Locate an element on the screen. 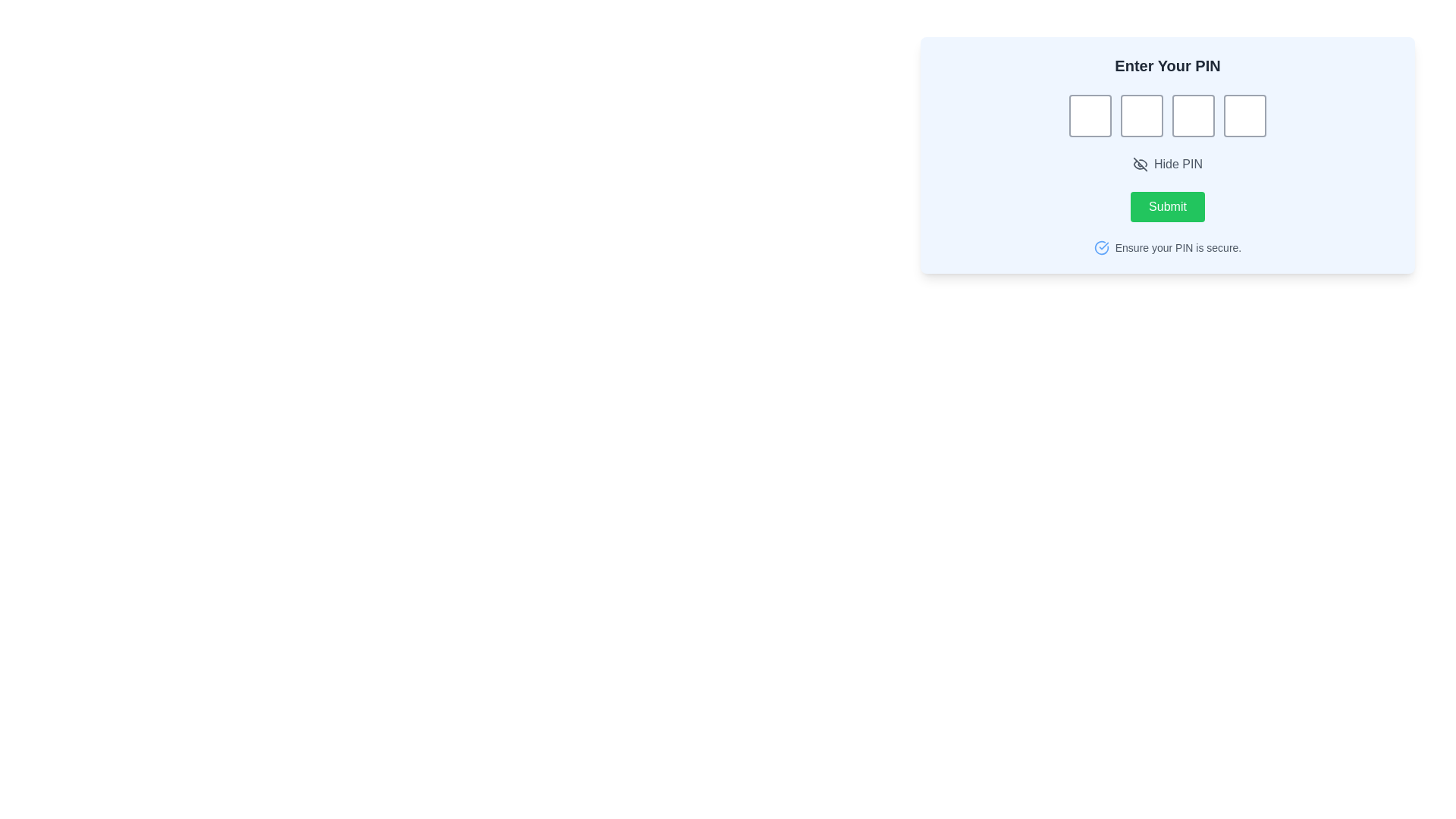  the informational text about securing the PIN located below the 'Submit' button in the PIN input area is located at coordinates (1178, 247).